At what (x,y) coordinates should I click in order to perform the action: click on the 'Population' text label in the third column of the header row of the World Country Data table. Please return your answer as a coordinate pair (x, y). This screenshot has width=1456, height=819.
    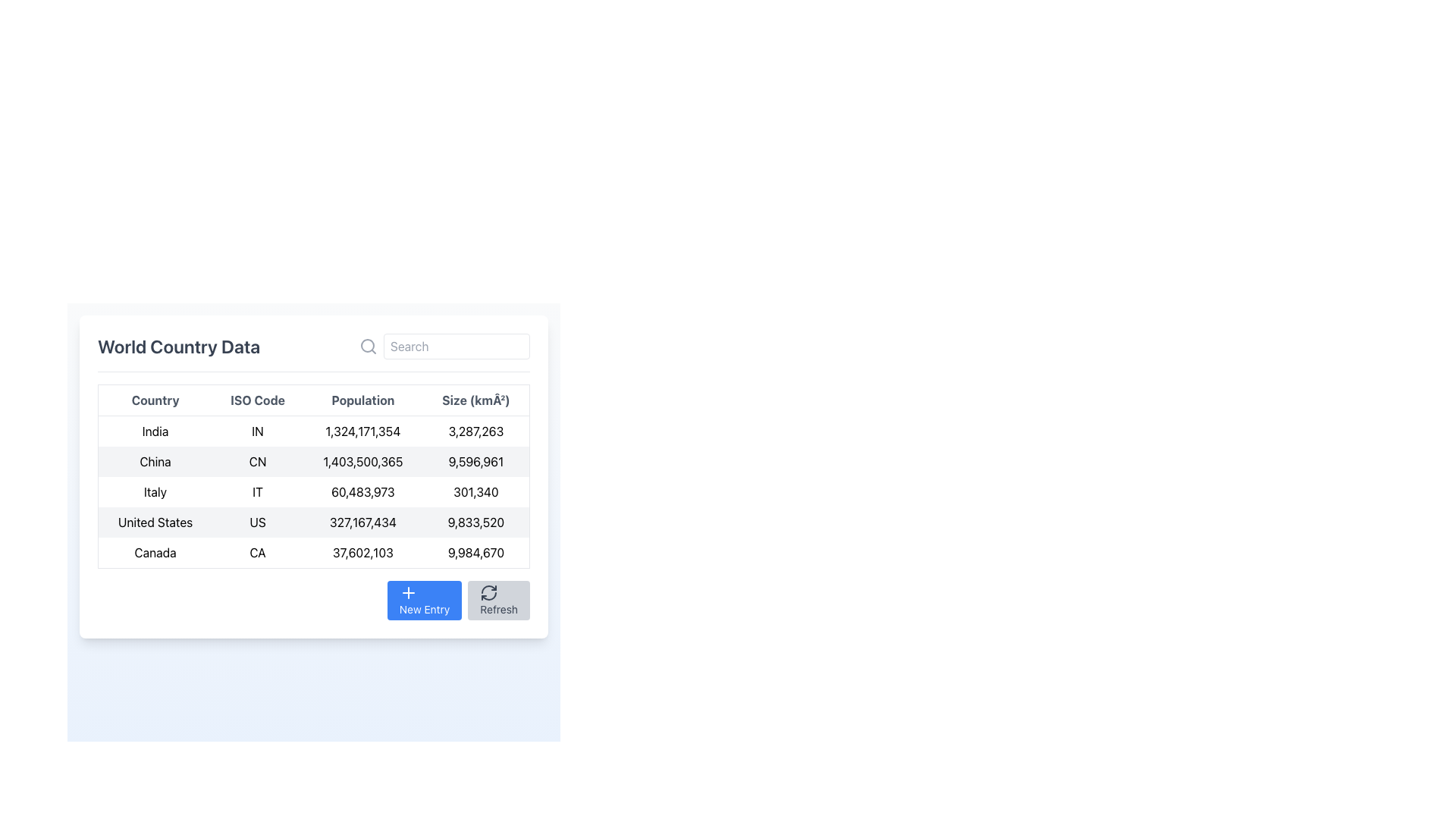
    Looking at the image, I should click on (362, 400).